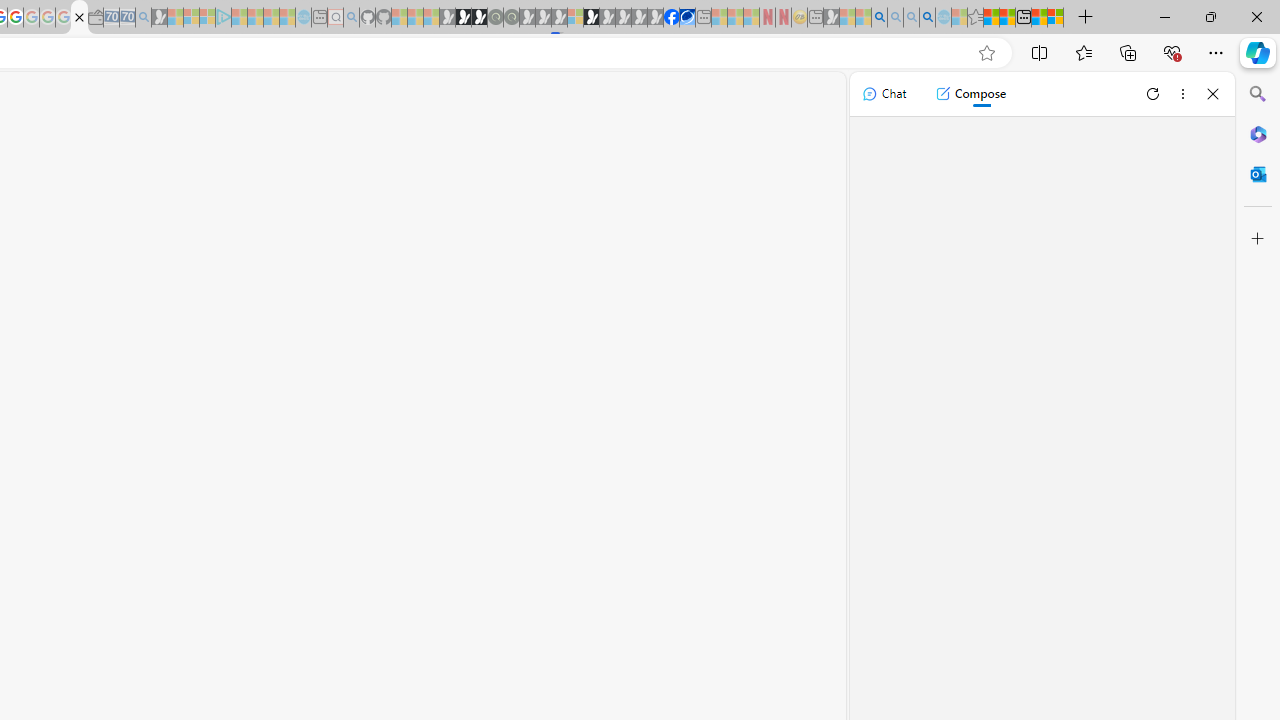 This screenshot has width=1280, height=720. Describe the element at coordinates (970, 93) in the screenshot. I see `'Compose'` at that location.